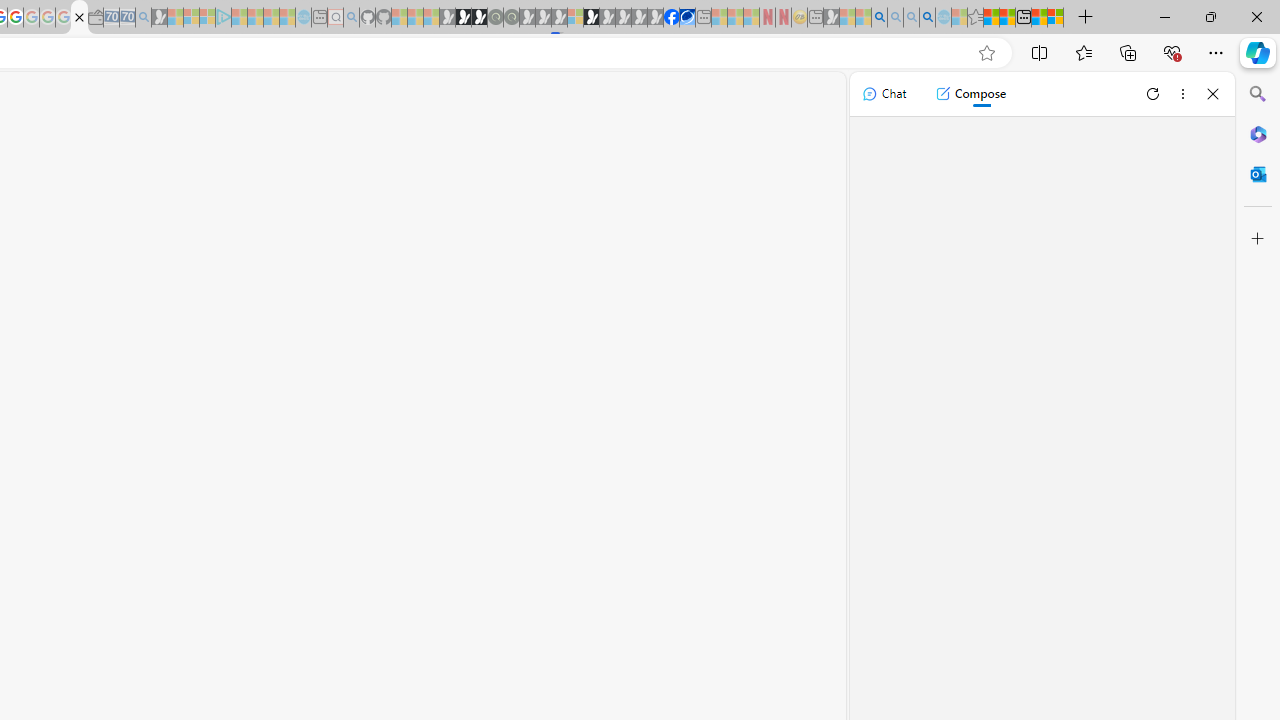 This screenshot has width=1280, height=720. Describe the element at coordinates (970, 93) in the screenshot. I see `'Compose'` at that location.